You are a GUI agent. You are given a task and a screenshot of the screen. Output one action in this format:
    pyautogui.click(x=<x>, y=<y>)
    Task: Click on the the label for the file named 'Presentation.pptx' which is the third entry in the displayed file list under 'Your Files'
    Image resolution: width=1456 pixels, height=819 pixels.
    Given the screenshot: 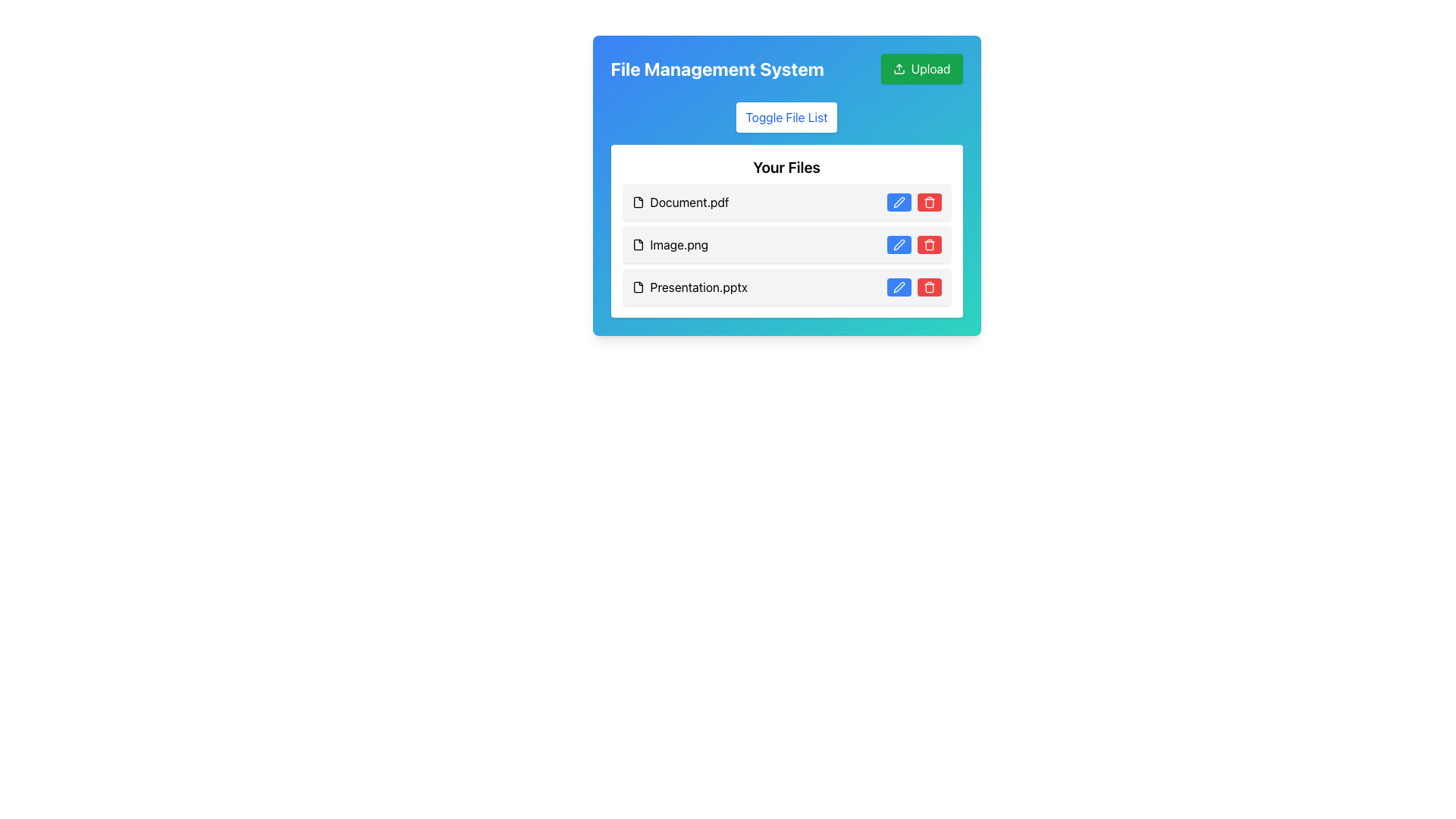 What is the action you would take?
    pyautogui.click(x=689, y=287)
    